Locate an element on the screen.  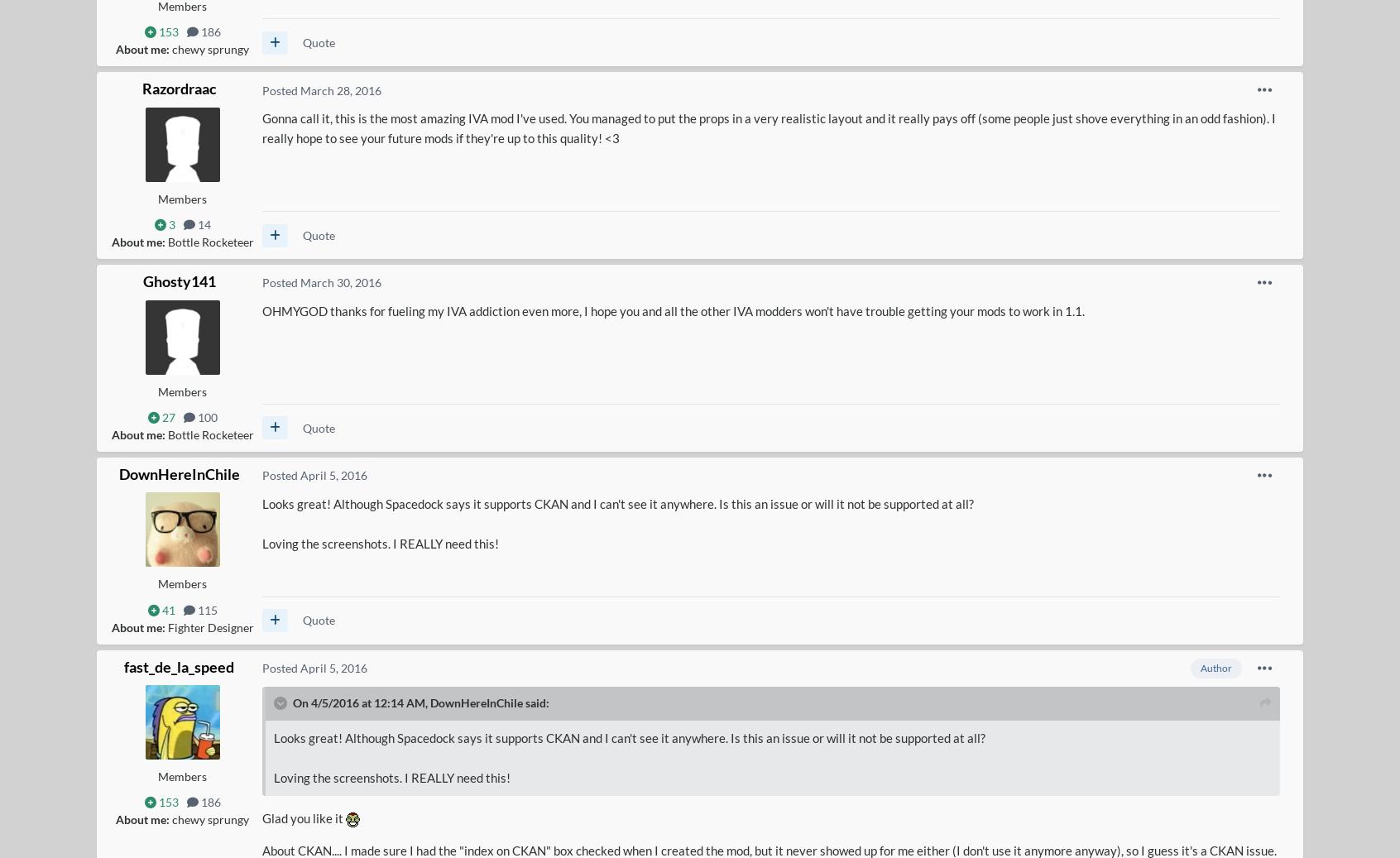
'March 28, 2016' is located at coordinates (339, 89).